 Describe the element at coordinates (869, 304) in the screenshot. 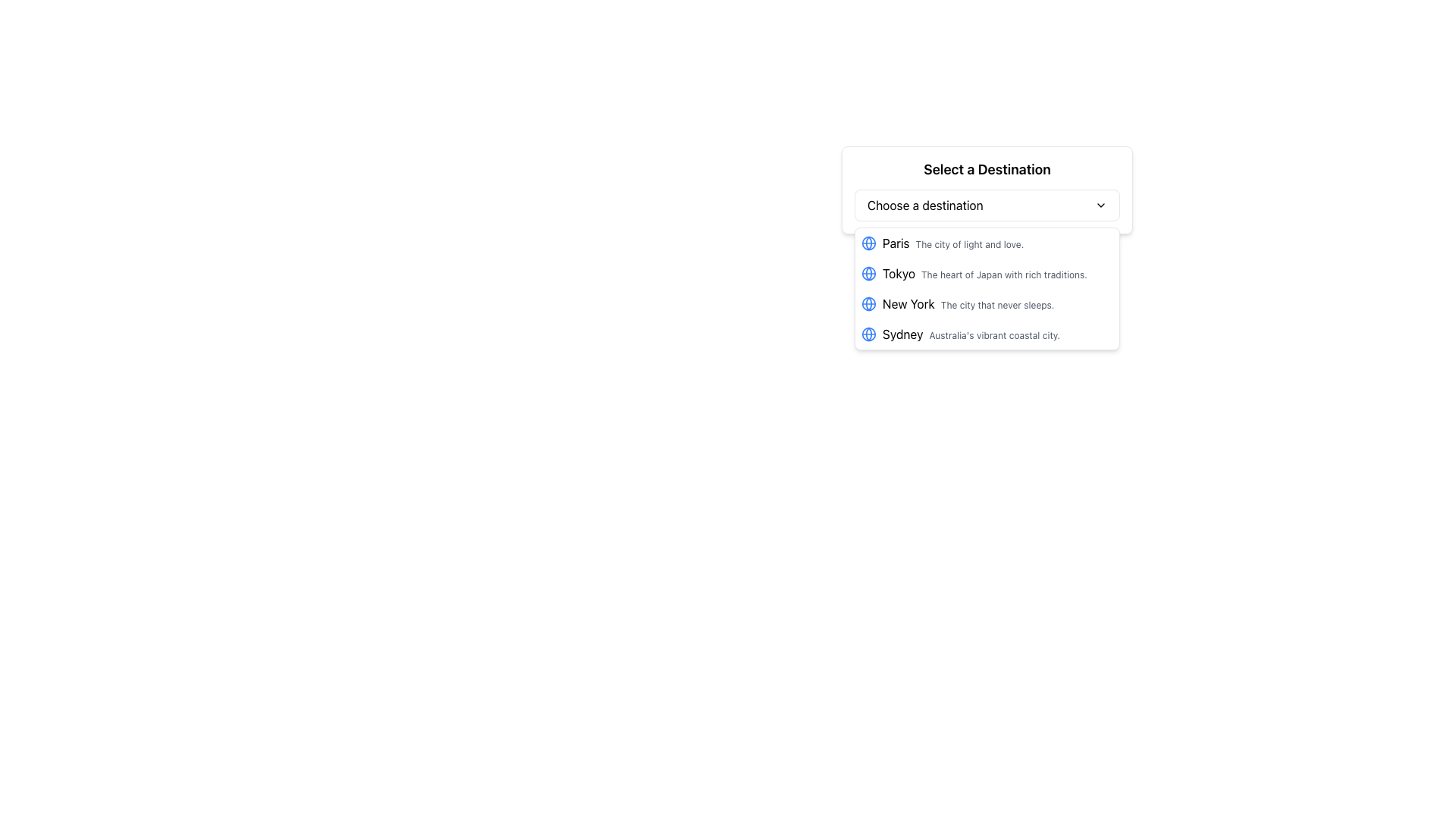

I see `the icon representing New York, which is located in the third row, immediately to the left of the text 'New York The city that never sleeps.'` at that location.